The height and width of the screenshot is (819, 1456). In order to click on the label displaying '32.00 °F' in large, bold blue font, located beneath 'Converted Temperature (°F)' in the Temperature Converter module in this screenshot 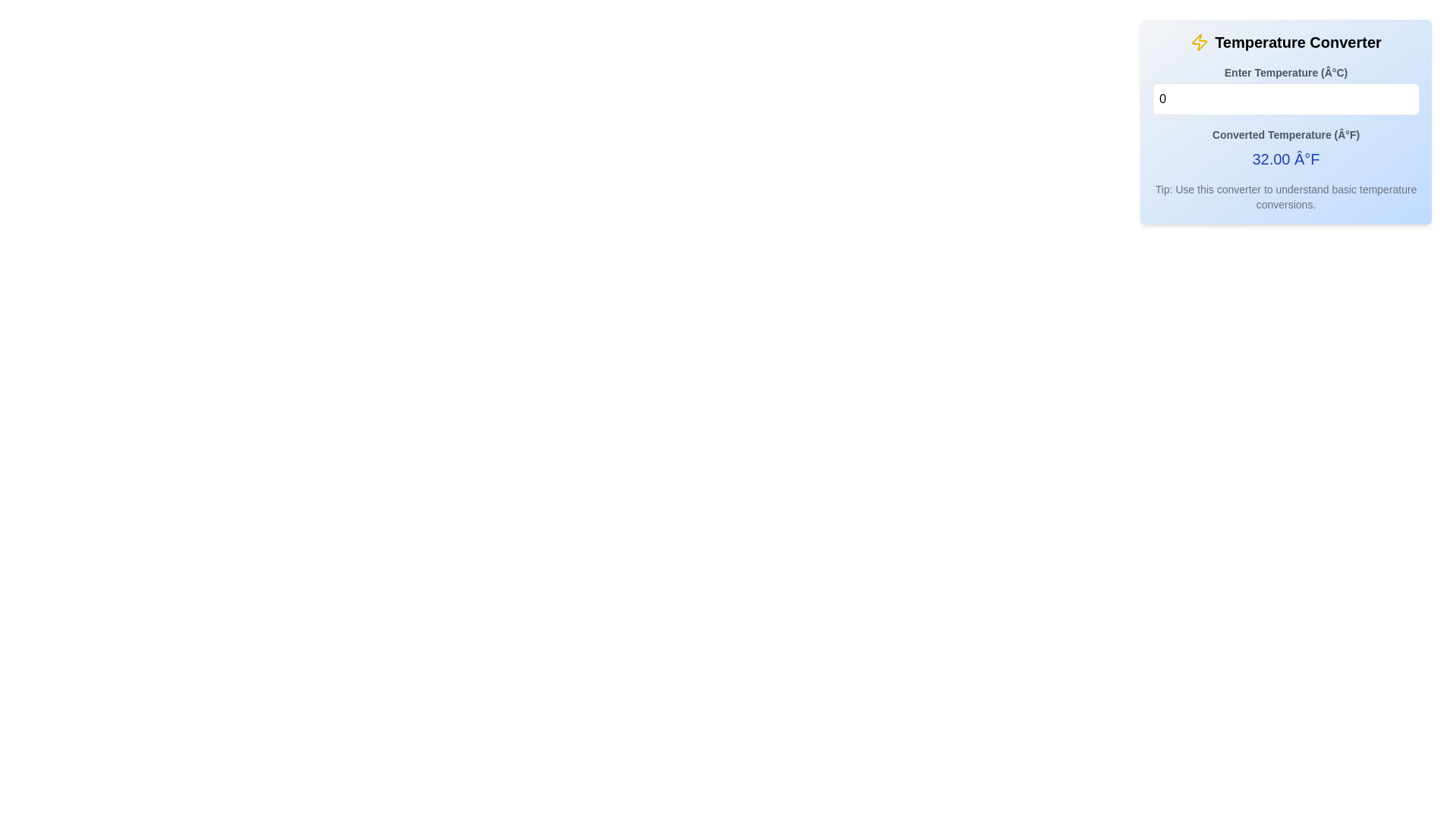, I will do `click(1285, 158)`.